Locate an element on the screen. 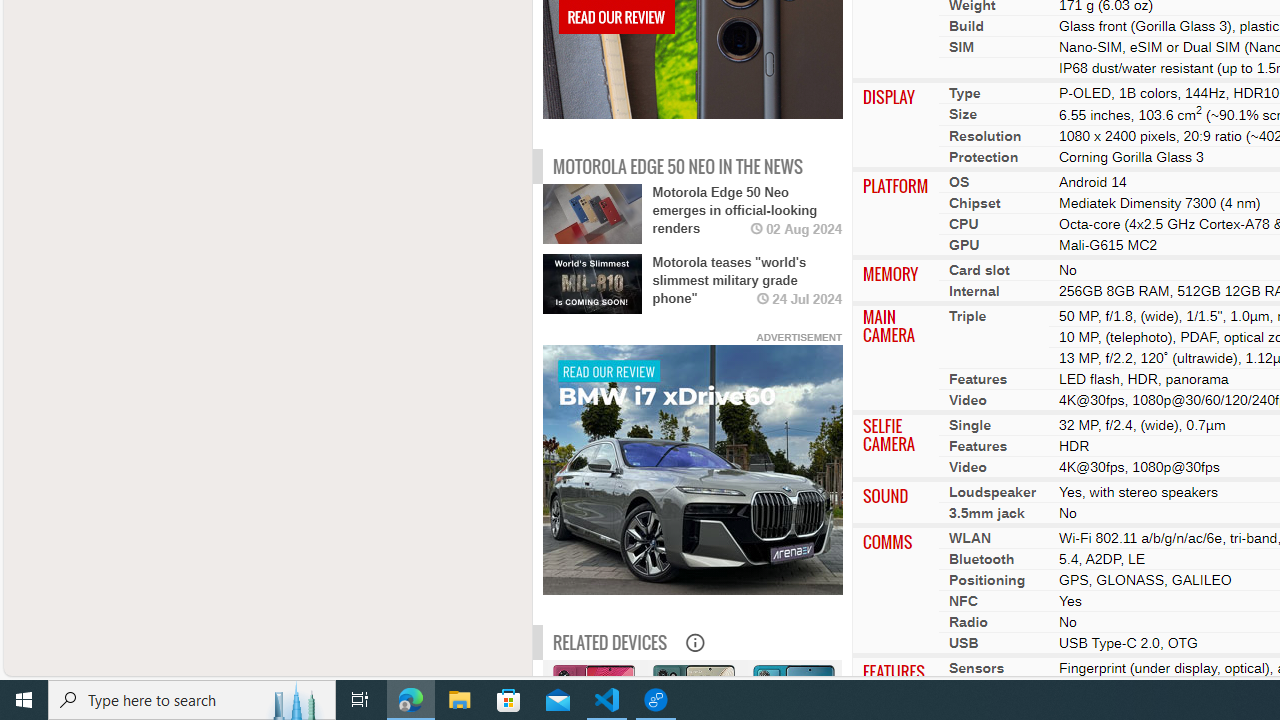 This screenshot has height=720, width=1280. 'Triple' is located at coordinates (967, 315).